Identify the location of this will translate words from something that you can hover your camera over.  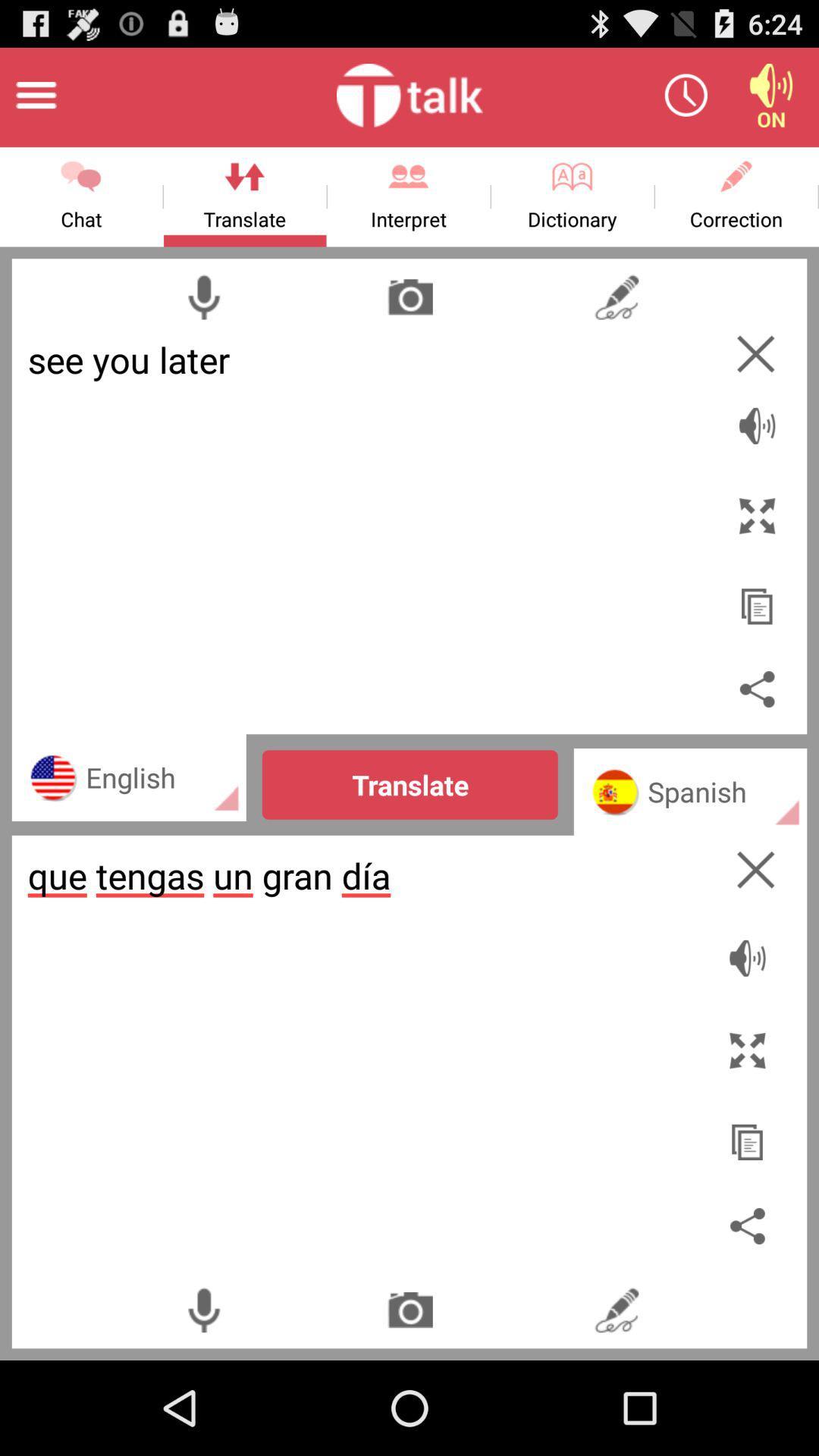
(410, 297).